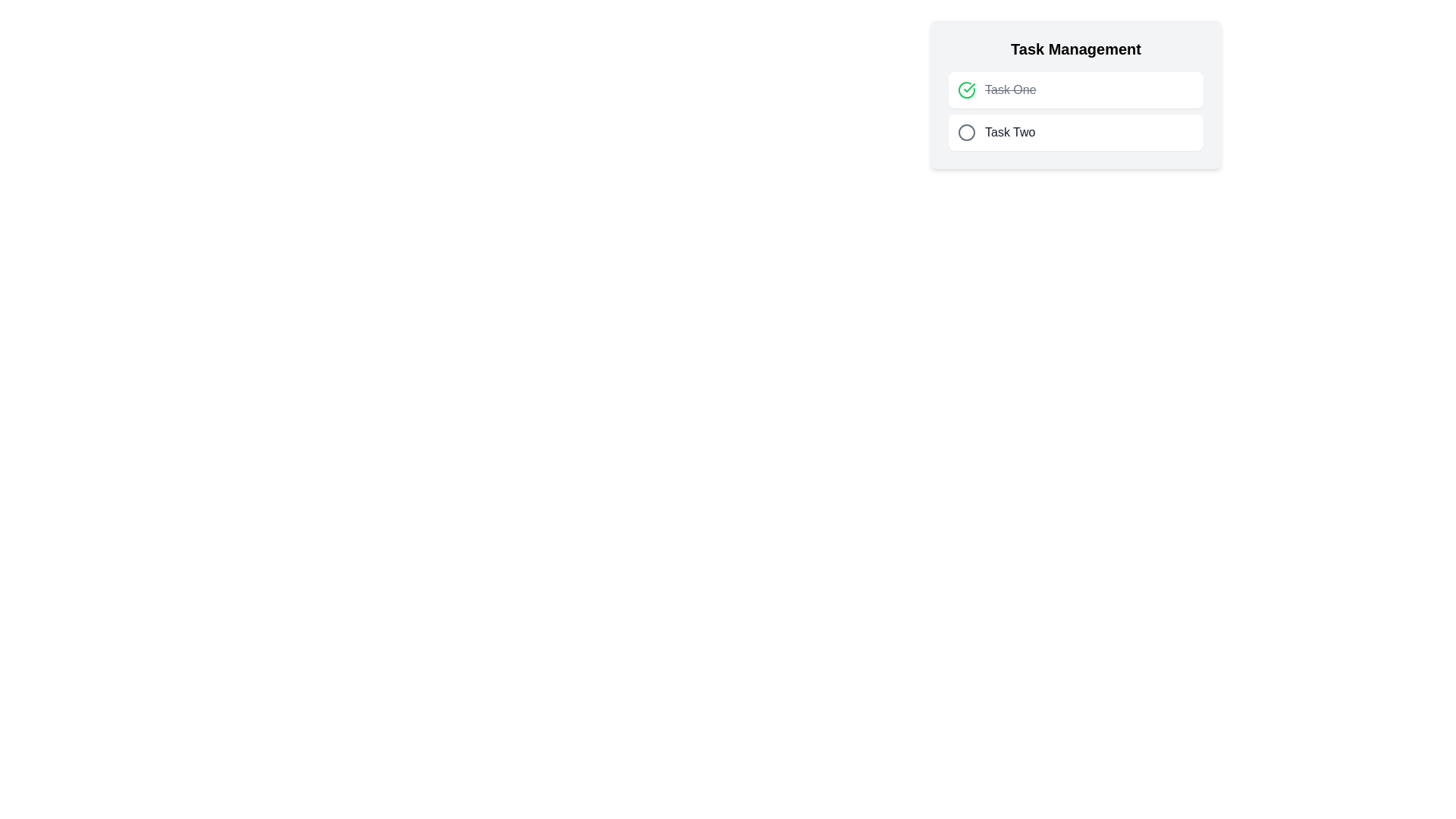  I want to click on the second interactive task item in the Task Management section, so click(1075, 131).